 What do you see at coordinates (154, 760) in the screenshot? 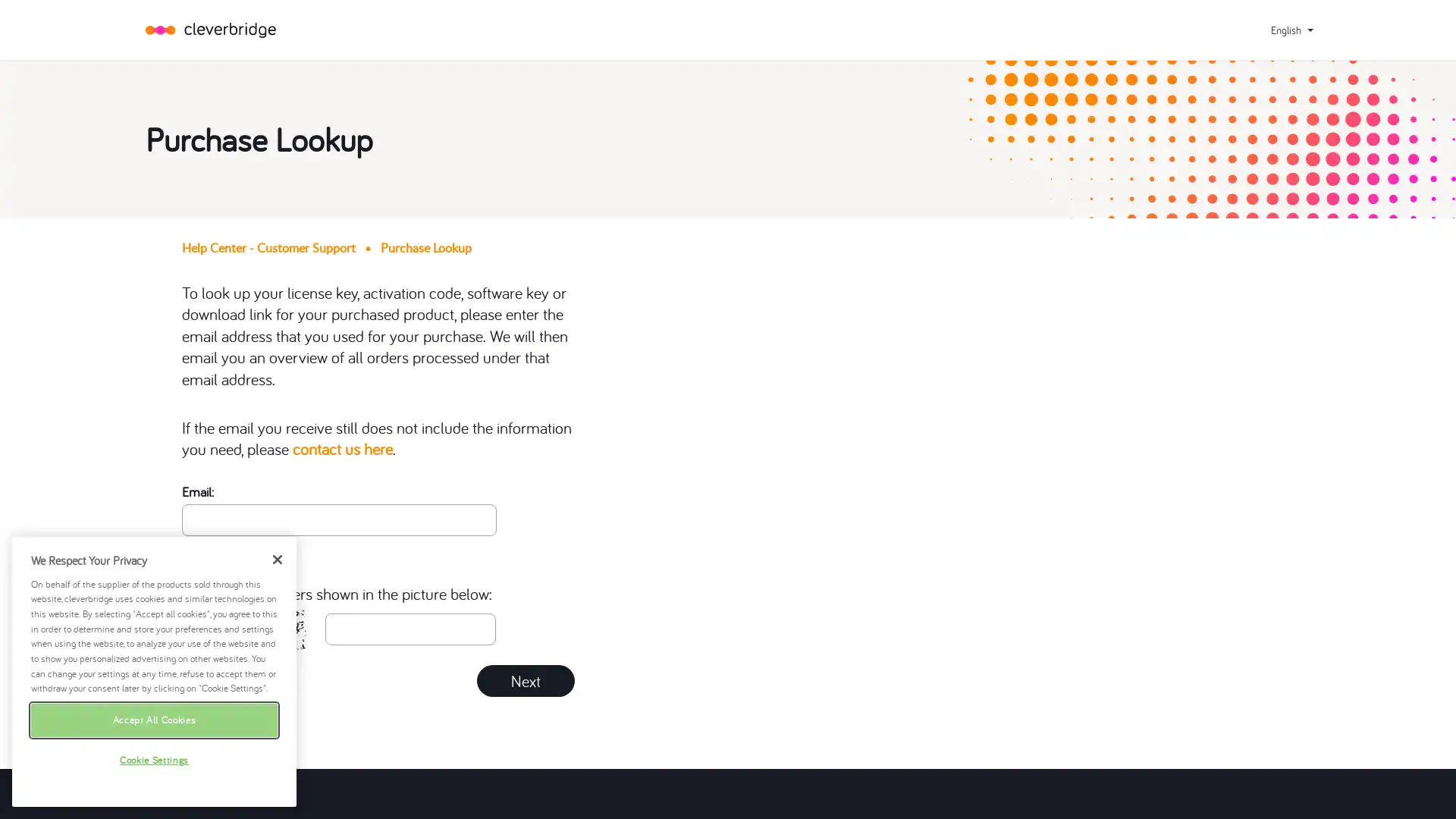
I see `Cookie Settings` at bounding box center [154, 760].